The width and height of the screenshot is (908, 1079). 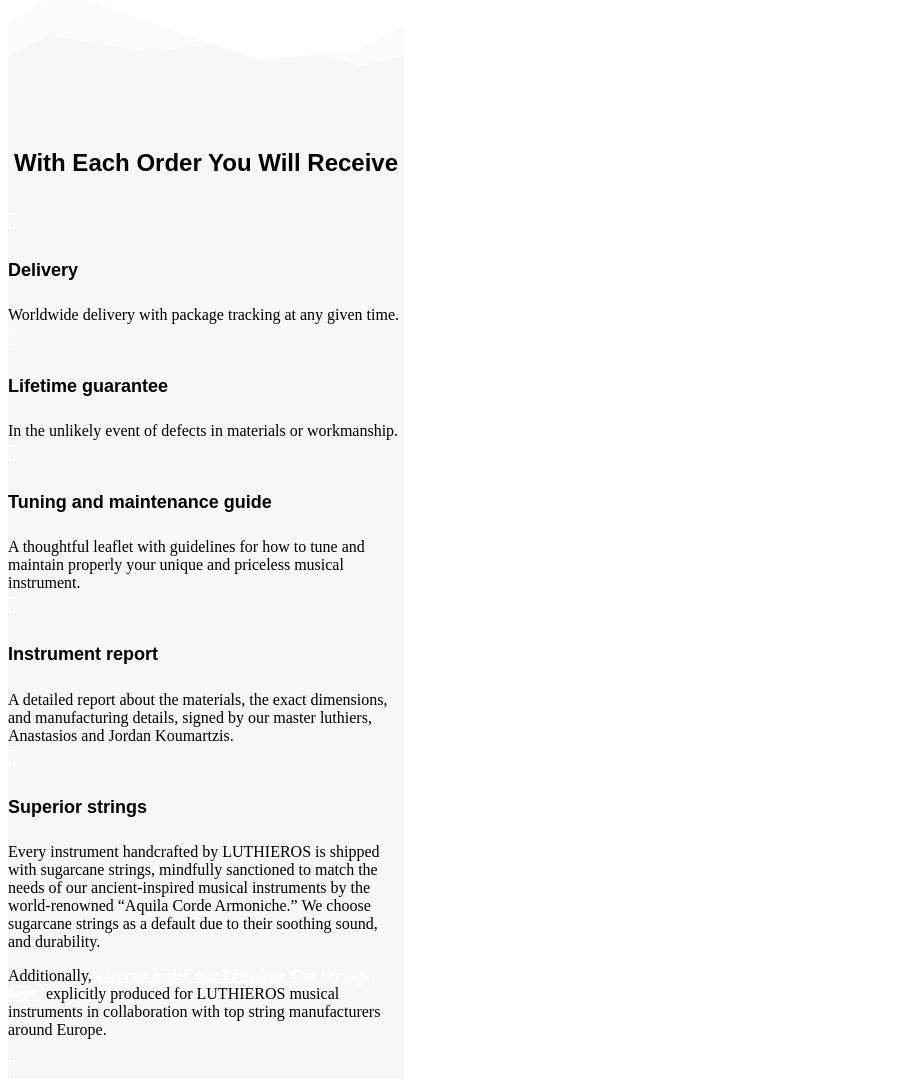 I want to click on 'Delivery', so click(x=6, y=268).